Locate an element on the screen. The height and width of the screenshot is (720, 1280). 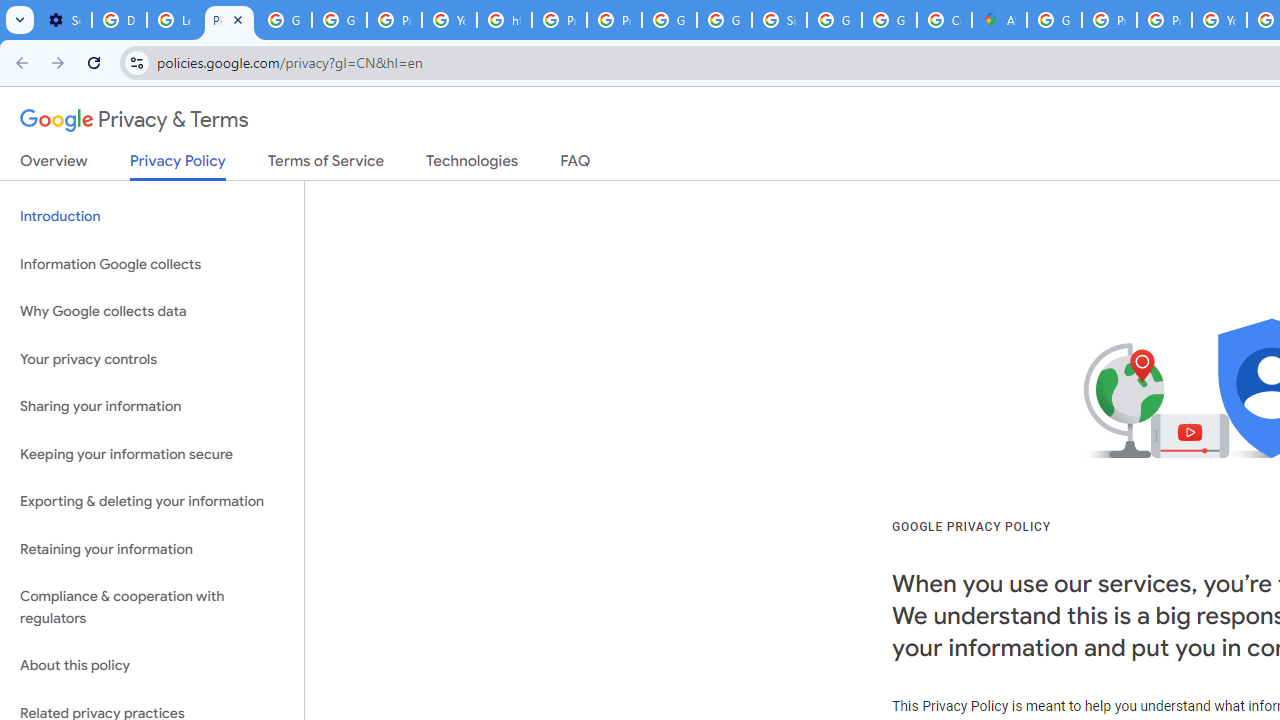
'About this policy' is located at coordinates (151, 666).